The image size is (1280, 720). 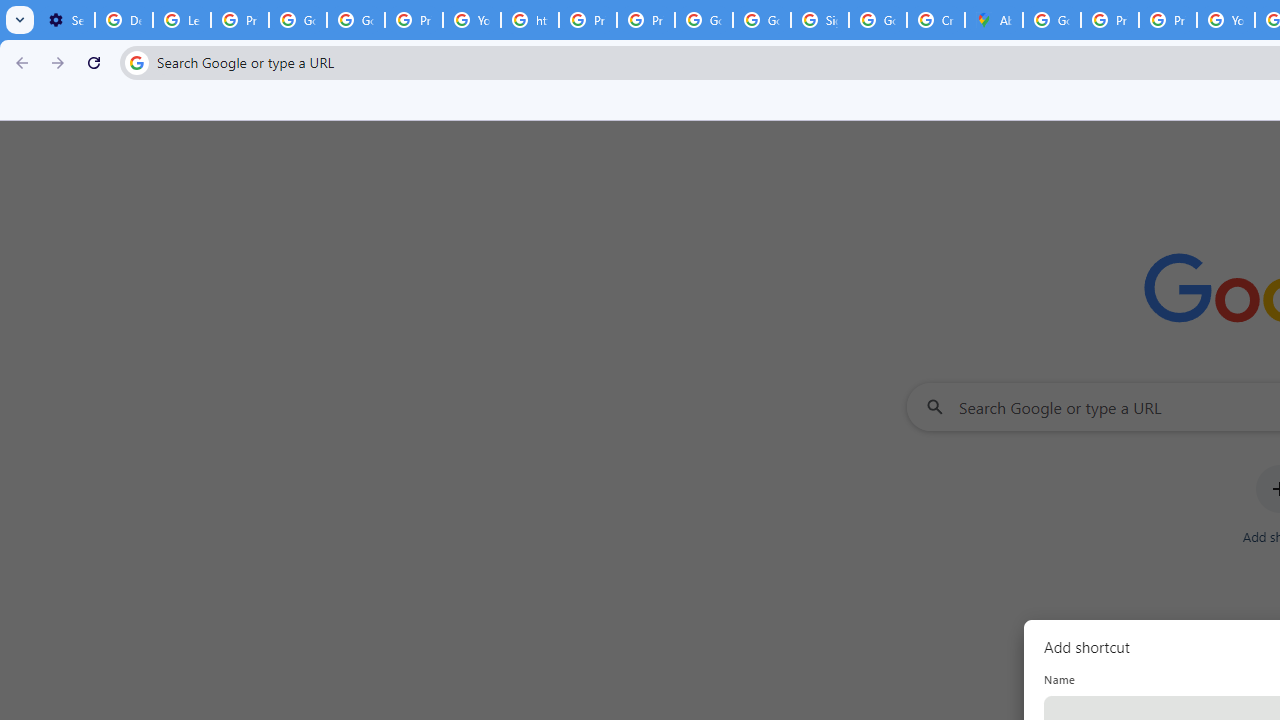 What do you see at coordinates (296, 20) in the screenshot?
I see `'Google Account Help'` at bounding box center [296, 20].